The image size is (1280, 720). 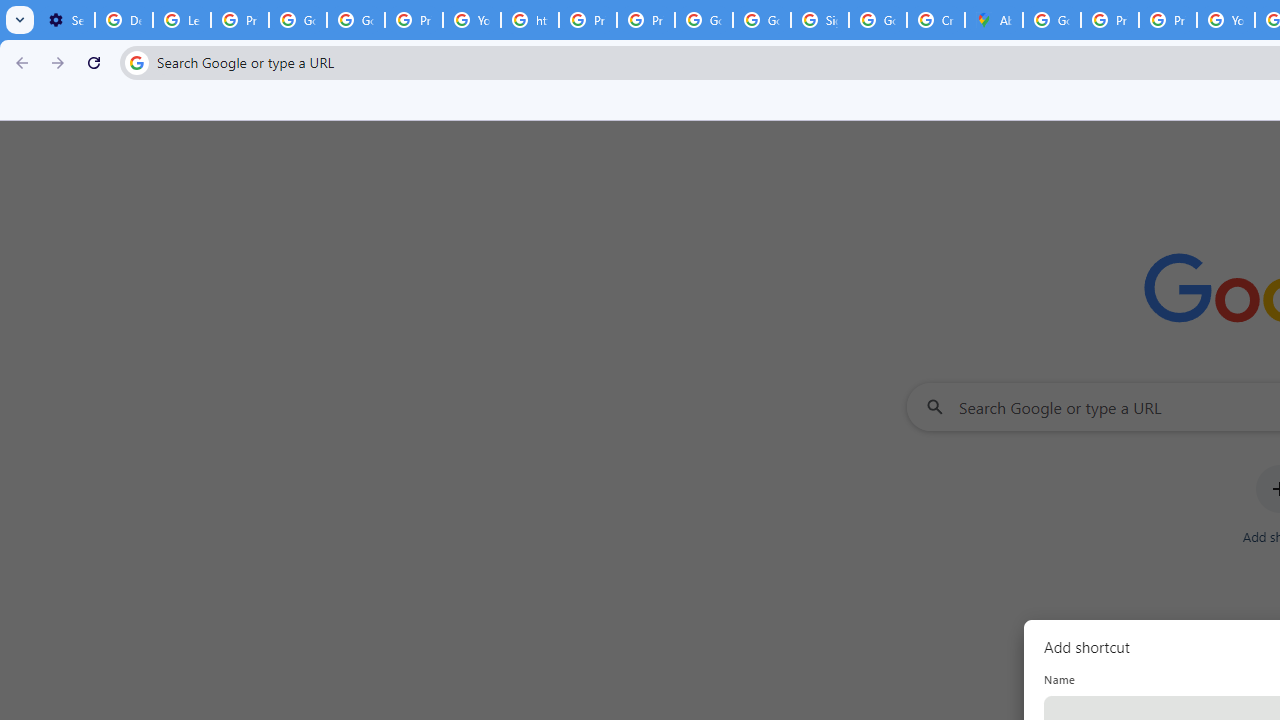 What do you see at coordinates (296, 20) in the screenshot?
I see `'Google Account Help'` at bounding box center [296, 20].